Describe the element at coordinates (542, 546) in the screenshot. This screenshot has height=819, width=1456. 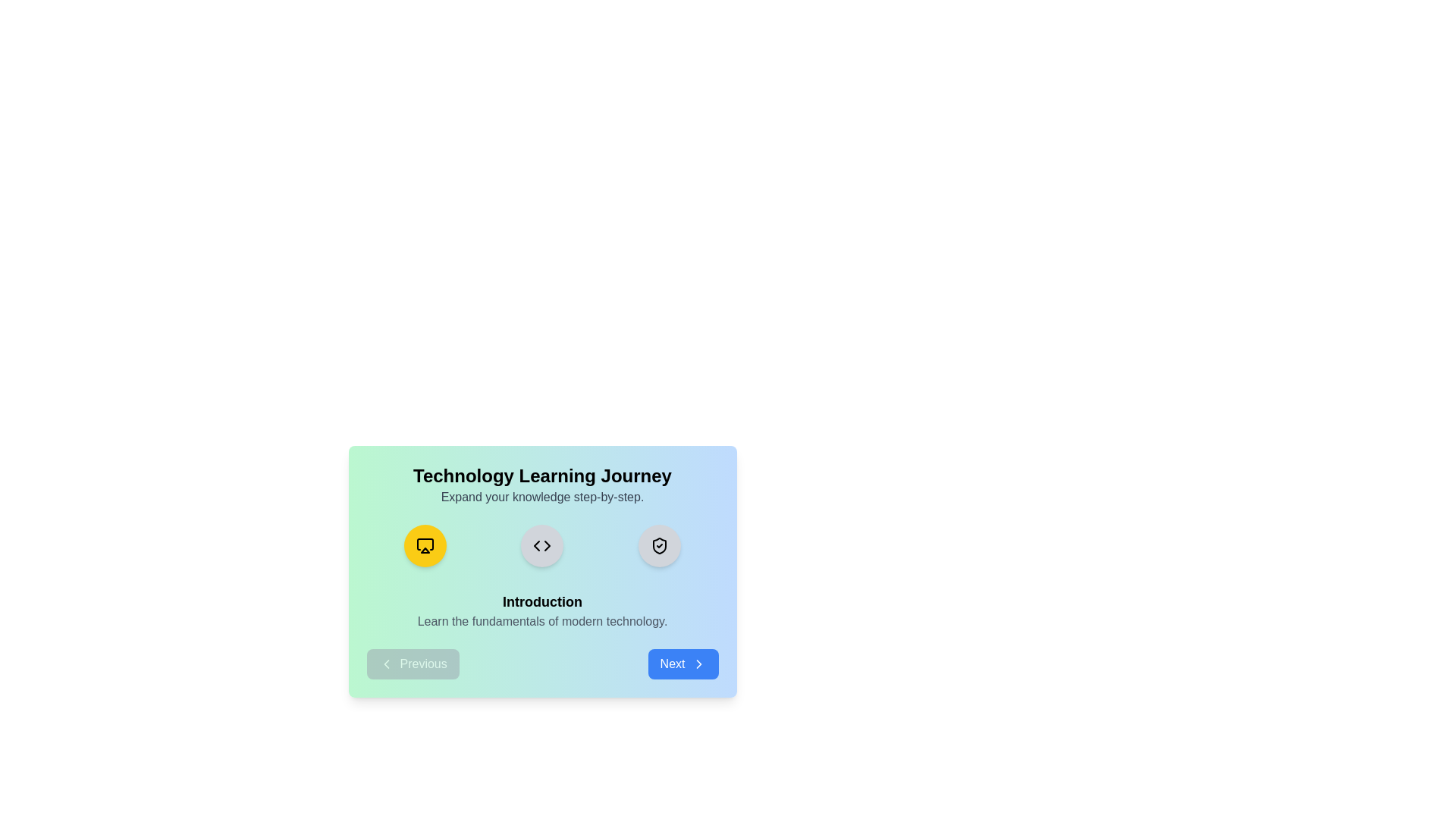
I see `the step icon corresponding to the Development step` at that location.